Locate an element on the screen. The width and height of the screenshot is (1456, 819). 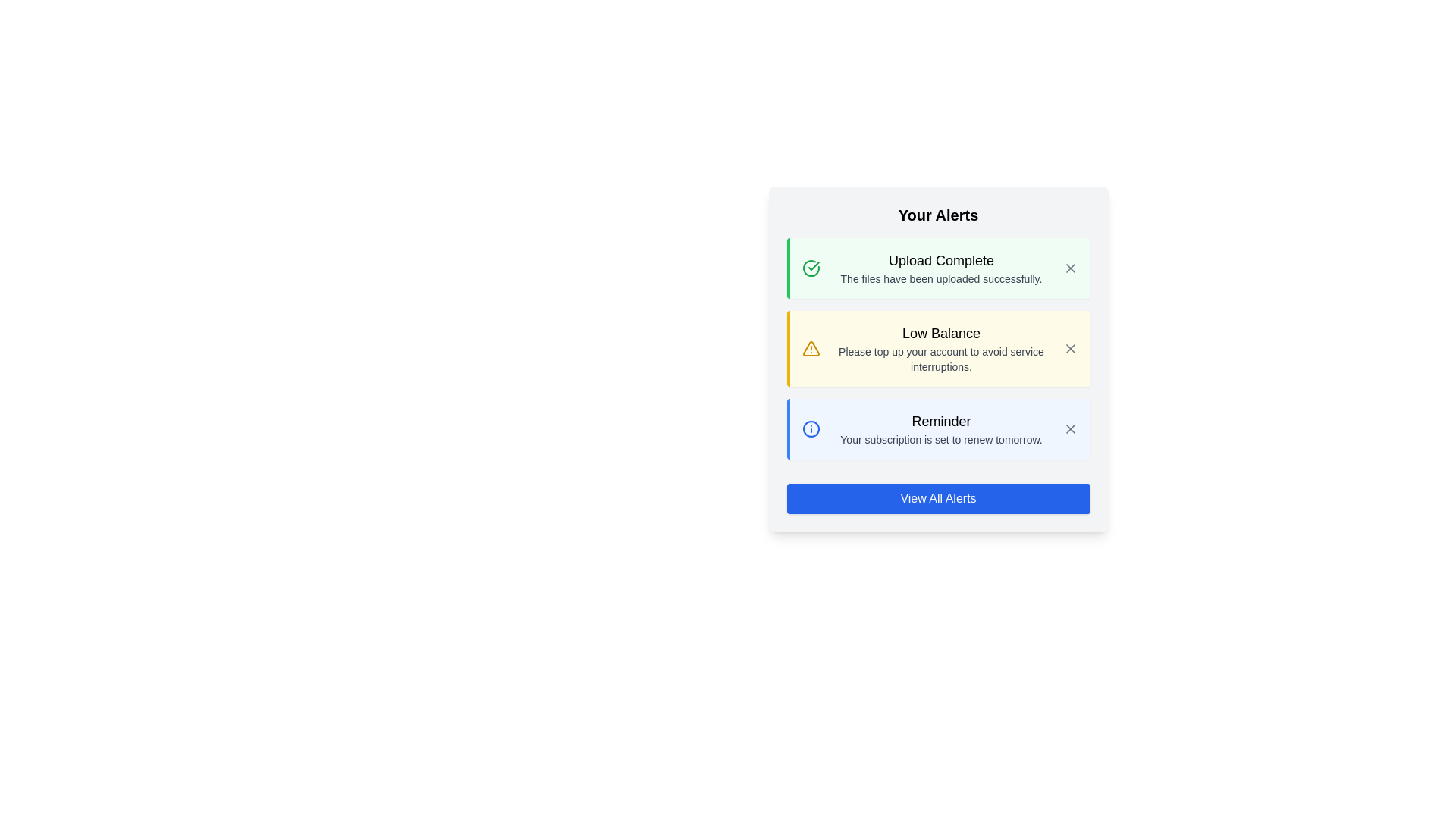
text from the title or header of the alert notification located at the top of the green notification card in the 'Your Alerts' section is located at coordinates (940, 259).